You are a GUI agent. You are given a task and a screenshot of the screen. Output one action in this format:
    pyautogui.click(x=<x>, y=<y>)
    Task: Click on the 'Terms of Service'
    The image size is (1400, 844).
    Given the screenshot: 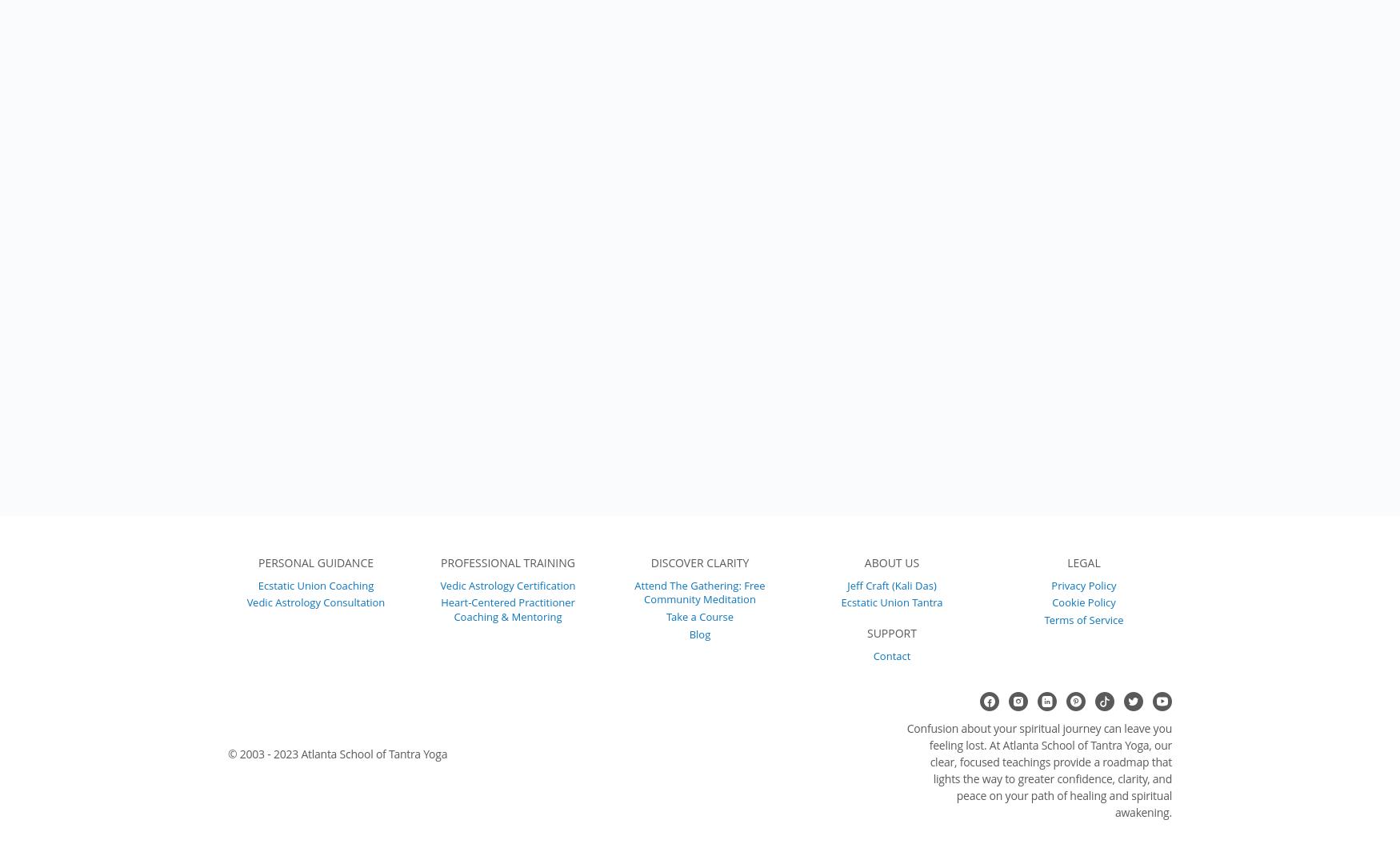 What is the action you would take?
    pyautogui.click(x=1083, y=618)
    